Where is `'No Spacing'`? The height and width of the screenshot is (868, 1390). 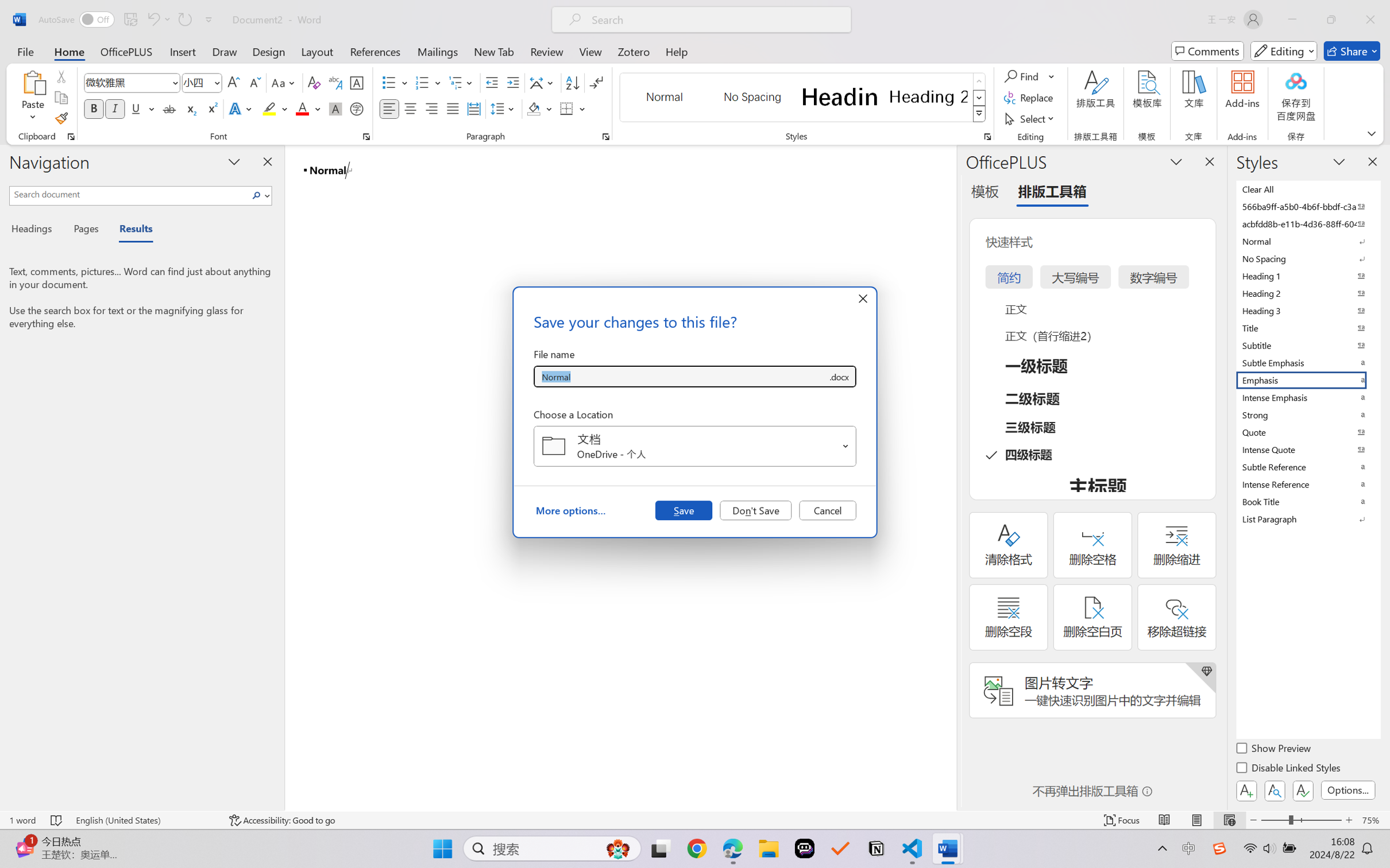
'No Spacing' is located at coordinates (1307, 258).